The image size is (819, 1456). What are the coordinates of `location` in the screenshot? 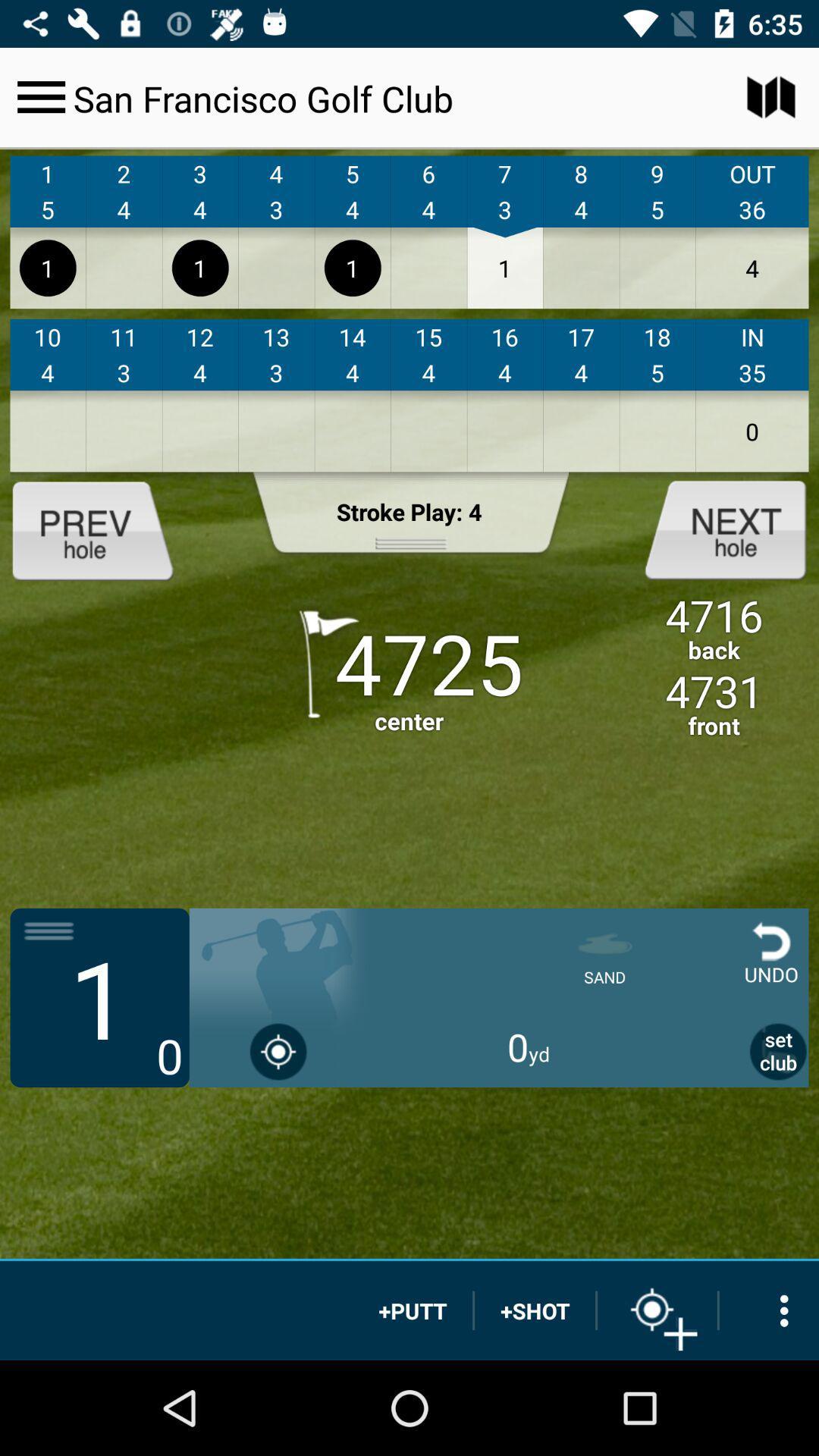 It's located at (657, 1310).